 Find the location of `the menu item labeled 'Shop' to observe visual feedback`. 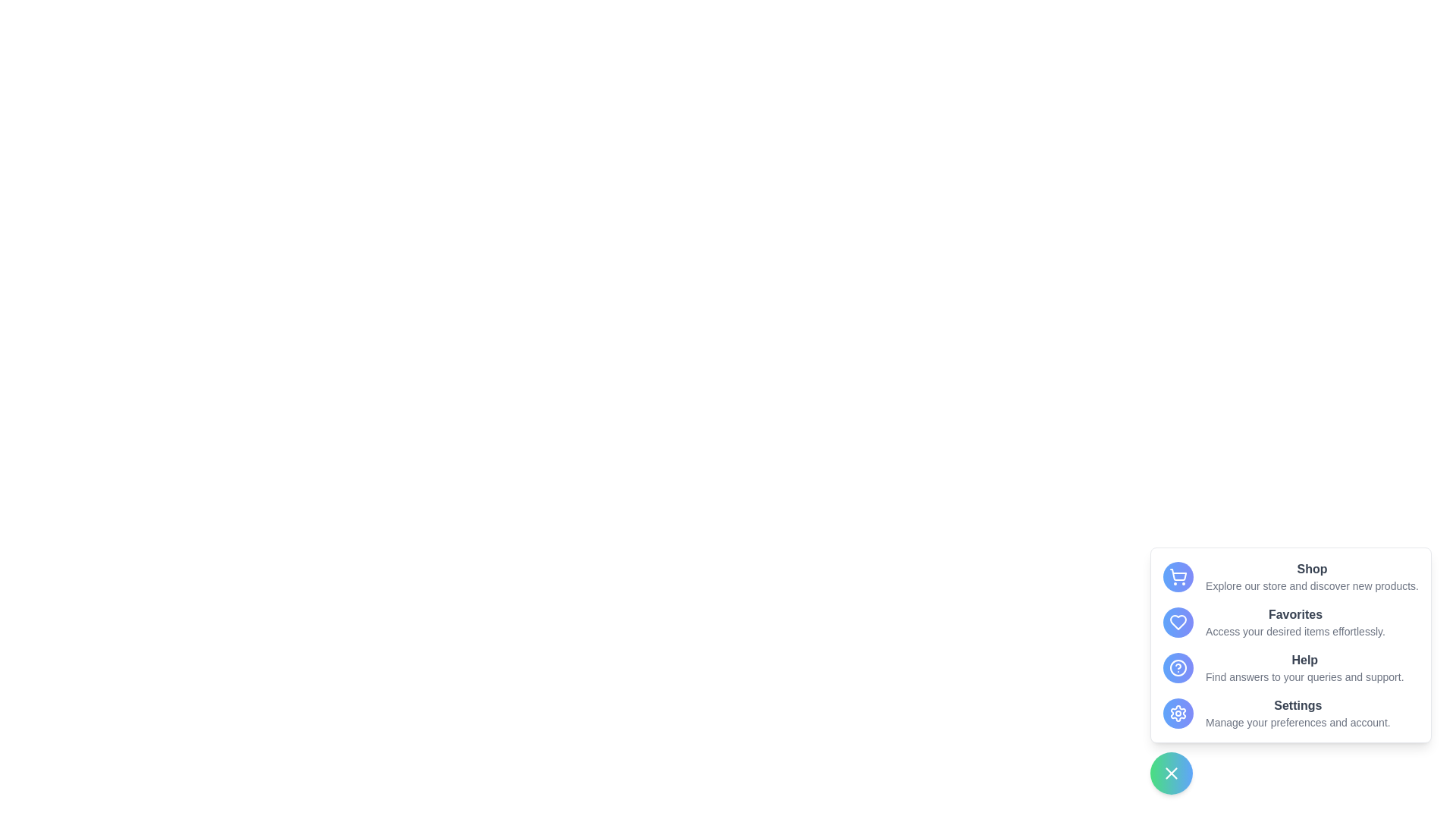

the menu item labeled 'Shop' to observe visual feedback is located at coordinates (1290, 576).